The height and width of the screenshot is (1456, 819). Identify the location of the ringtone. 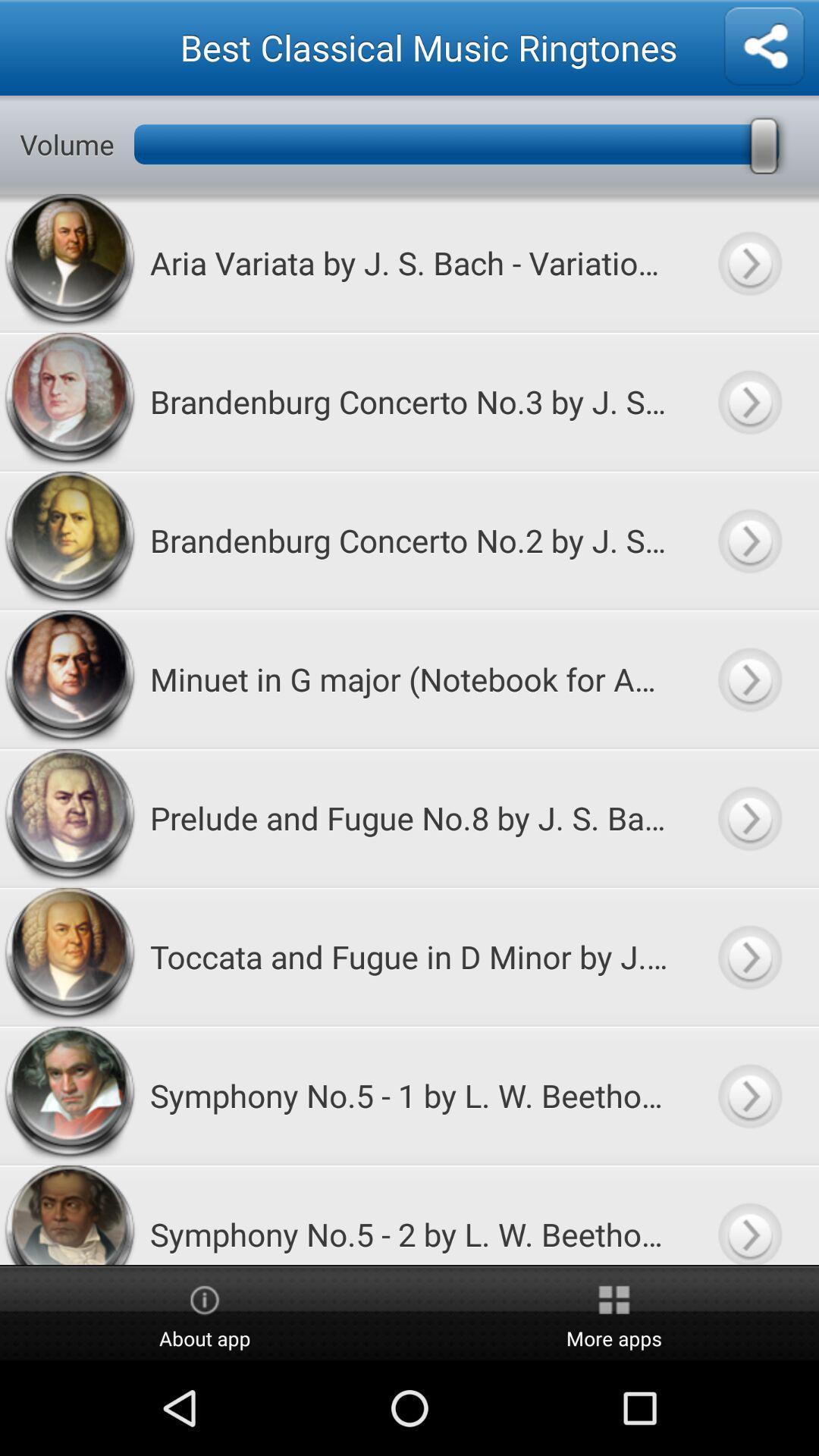
(748, 678).